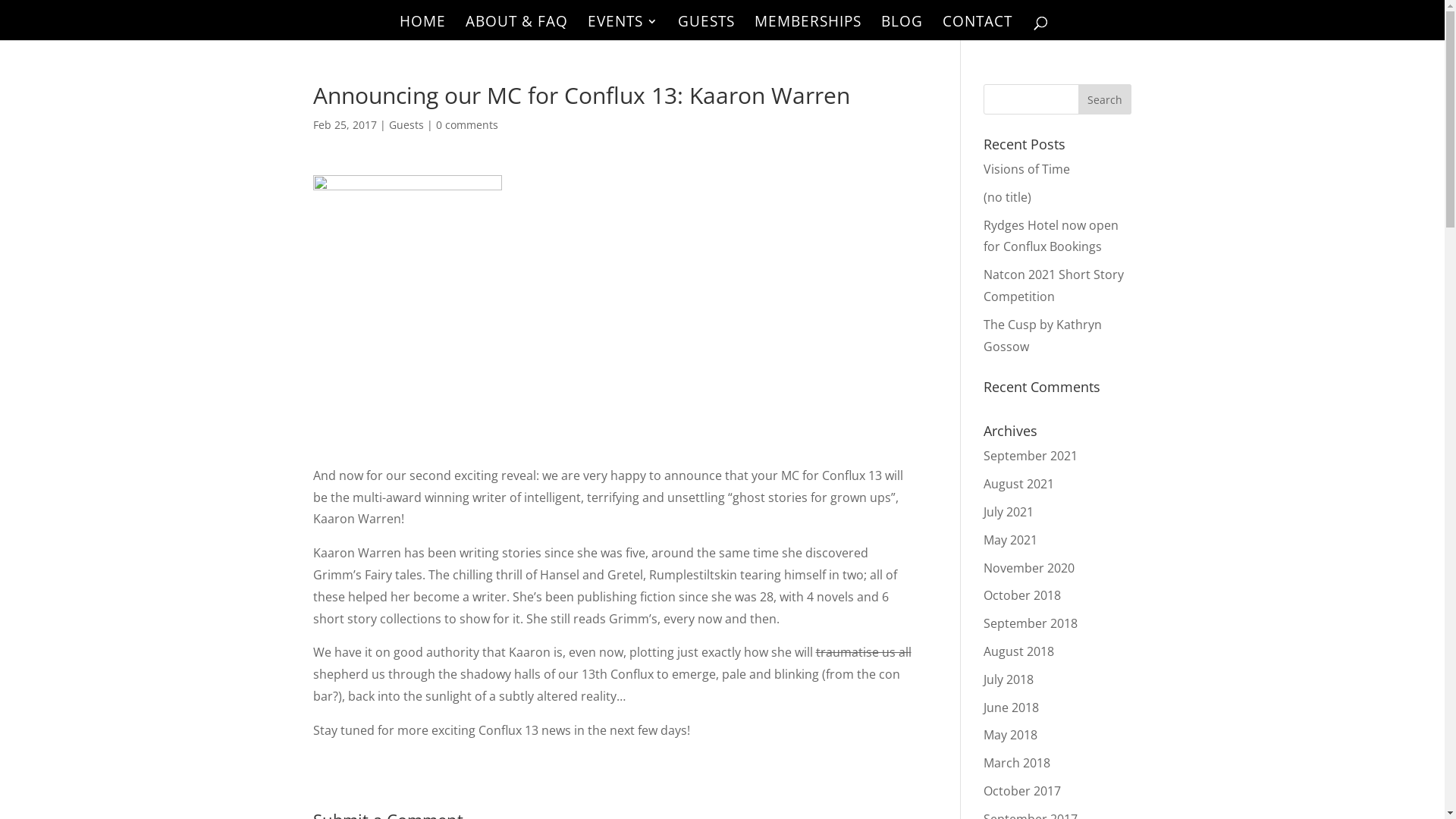 The width and height of the screenshot is (1456, 819). Describe the element at coordinates (902, 28) in the screenshot. I see `'BLOG'` at that location.